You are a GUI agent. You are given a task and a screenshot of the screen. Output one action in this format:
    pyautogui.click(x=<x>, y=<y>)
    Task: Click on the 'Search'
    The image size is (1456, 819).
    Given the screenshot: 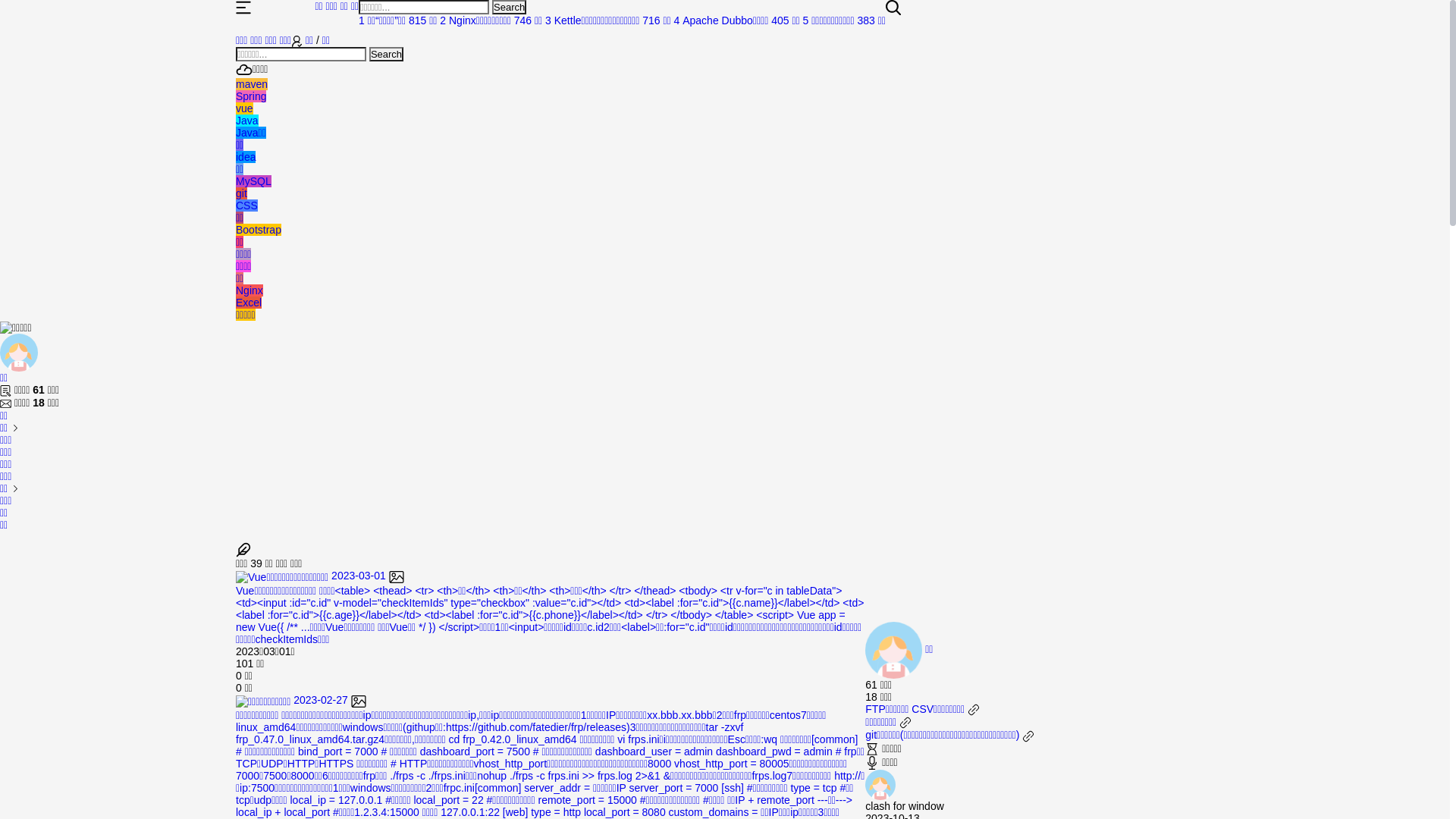 What is the action you would take?
    pyautogui.click(x=386, y=53)
    